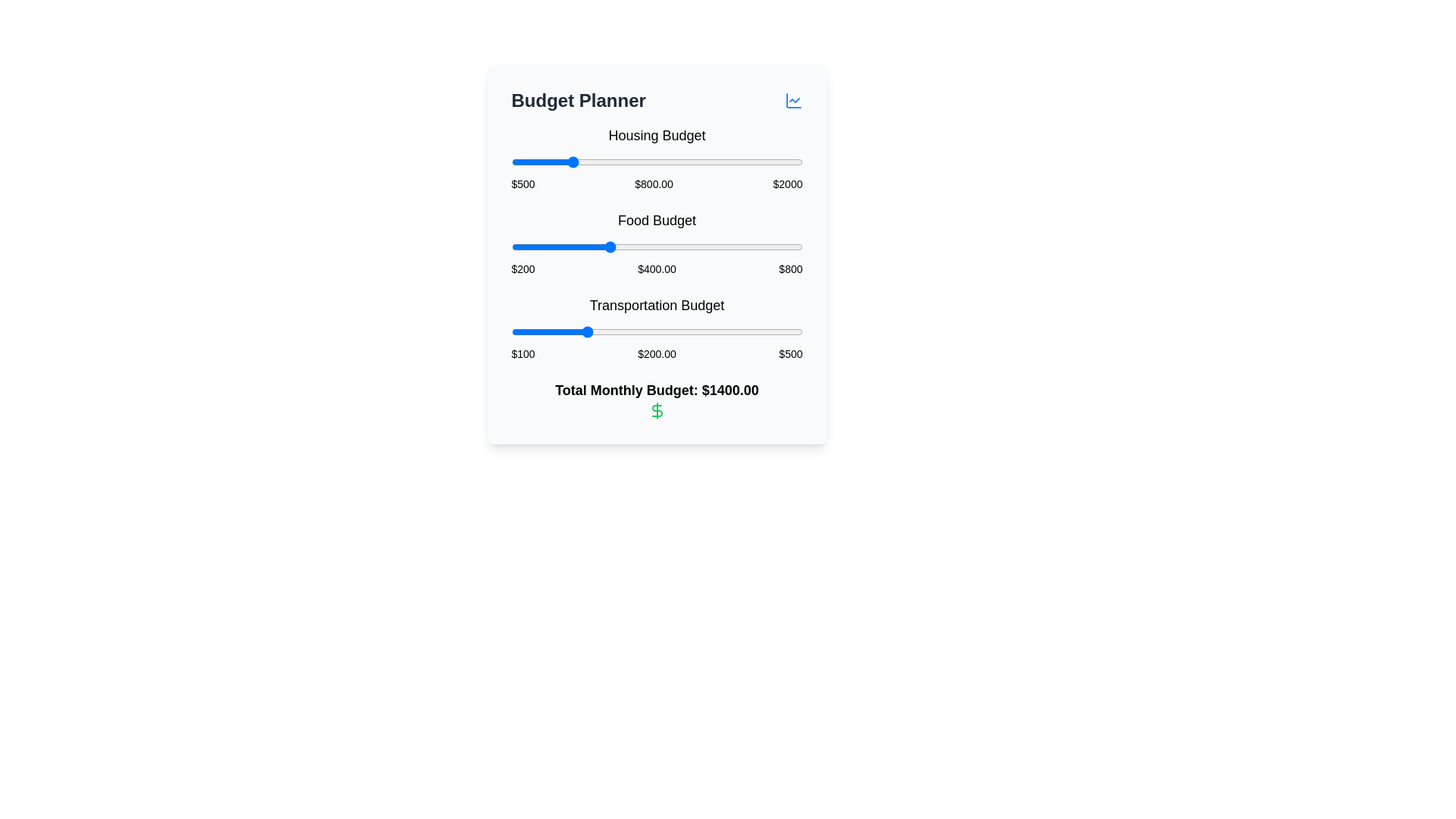 The image size is (1456, 819). What do you see at coordinates (685, 246) in the screenshot?
I see `the Food Budget slider` at bounding box center [685, 246].